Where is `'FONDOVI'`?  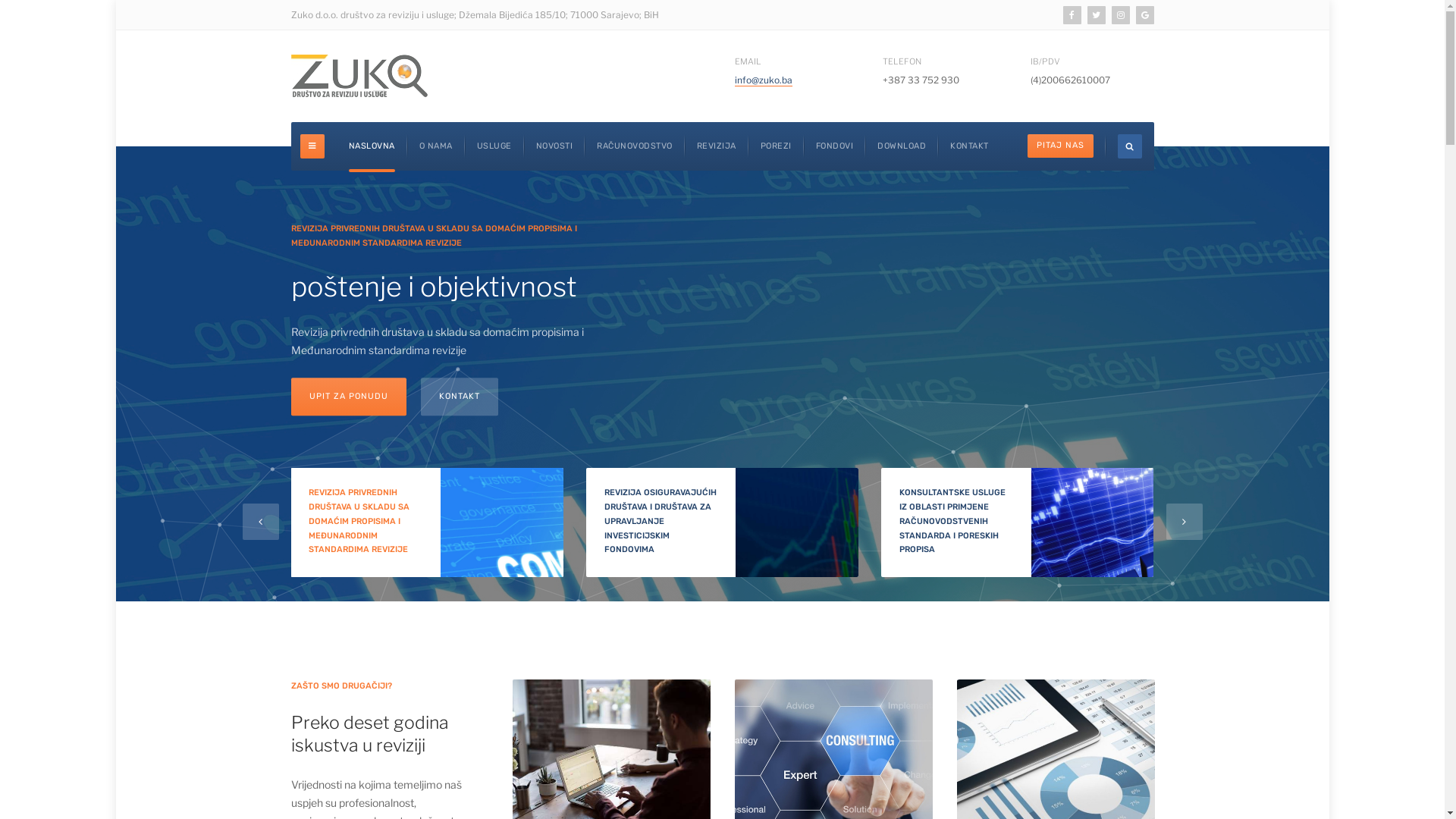
'FONDOVI' is located at coordinates (833, 146).